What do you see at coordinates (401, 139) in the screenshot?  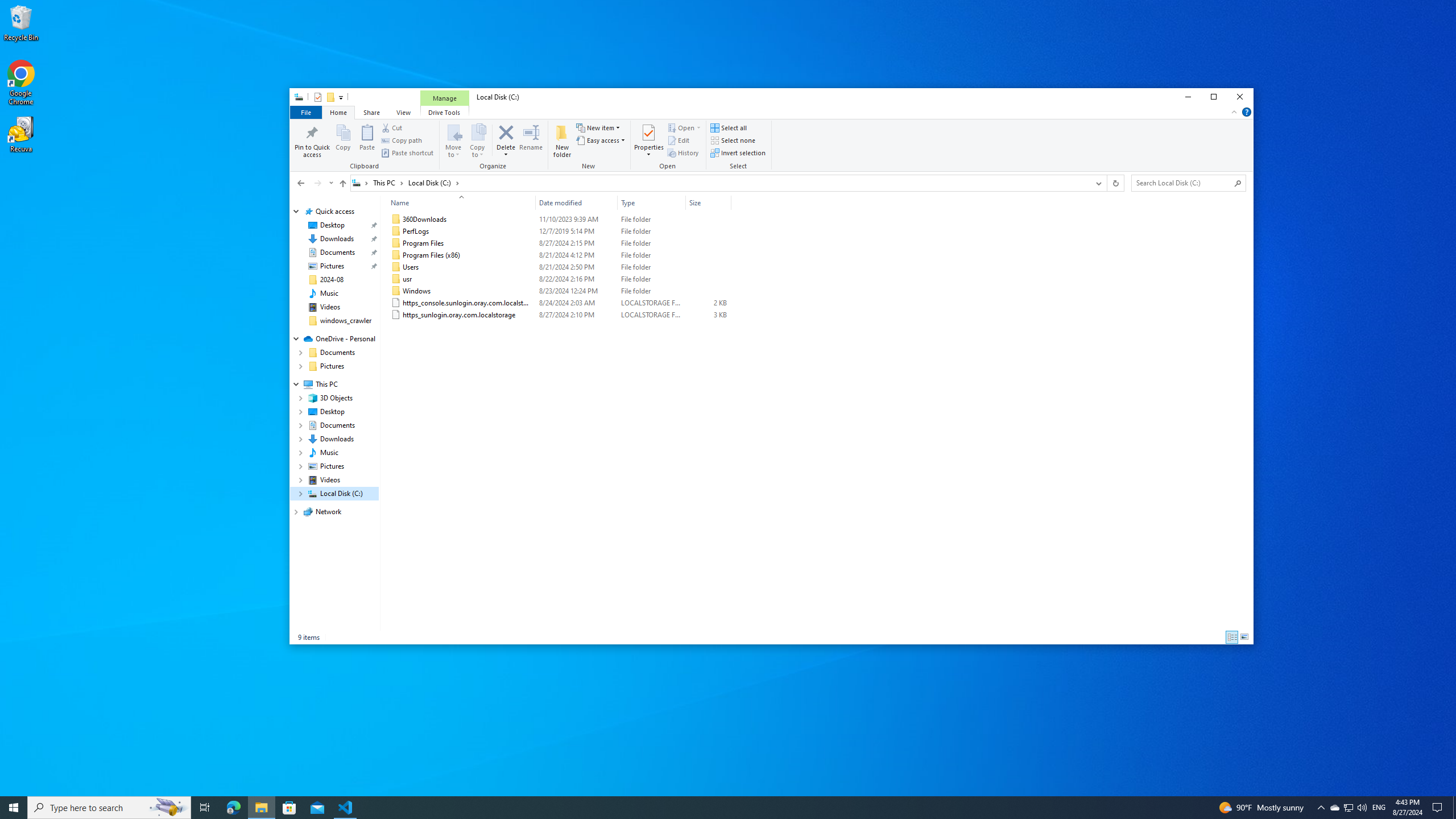 I see `'Copy path'` at bounding box center [401, 139].